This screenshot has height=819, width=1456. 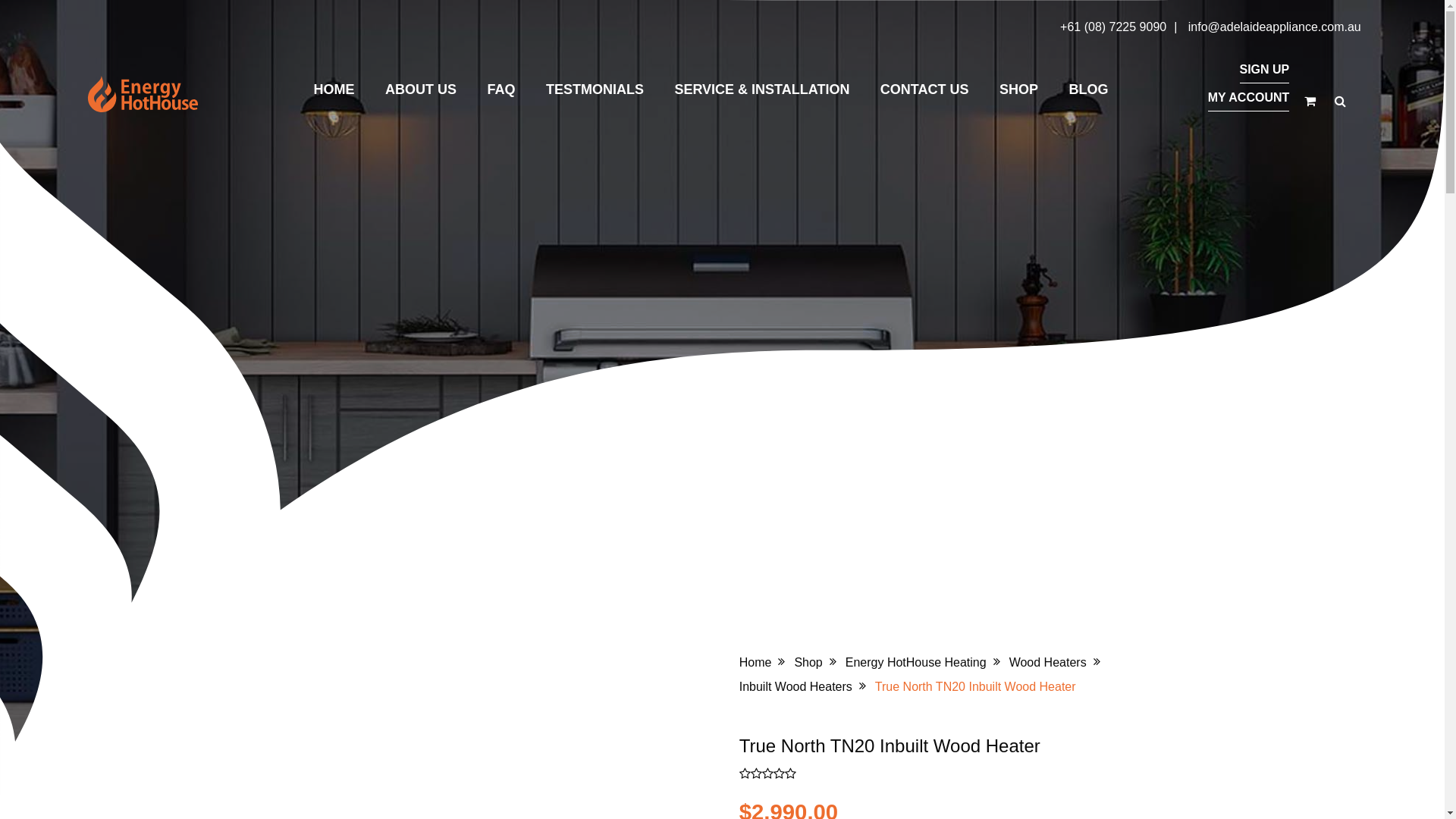 What do you see at coordinates (795, 686) in the screenshot?
I see `'Inbuilt Wood Heaters'` at bounding box center [795, 686].